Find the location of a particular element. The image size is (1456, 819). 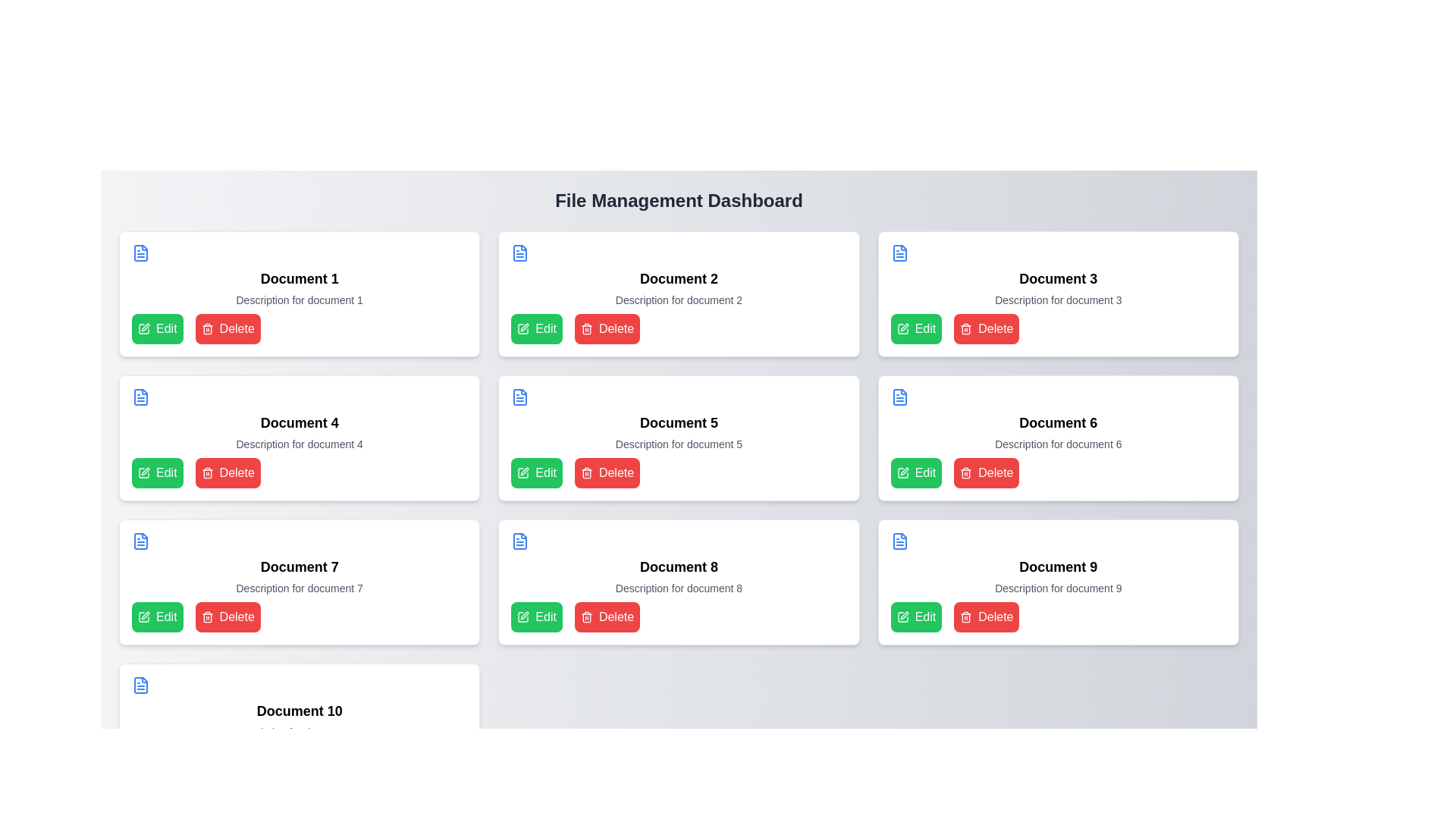

the graphical icon representing a square with a pen intersecting it, located in the left section of the interface next to 'Document 1.' is located at coordinates (144, 328).